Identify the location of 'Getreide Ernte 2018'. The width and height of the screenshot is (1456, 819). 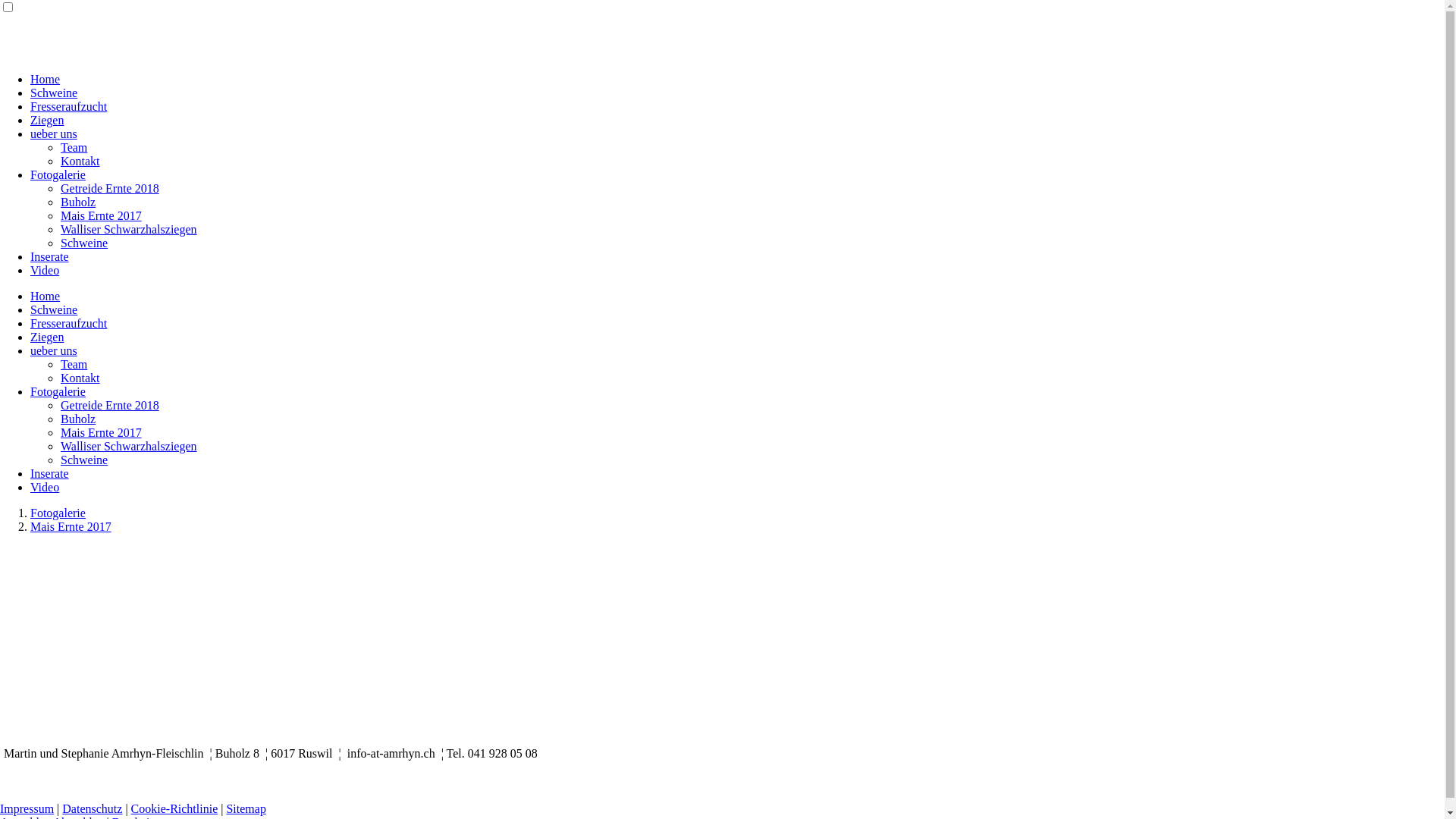
(108, 404).